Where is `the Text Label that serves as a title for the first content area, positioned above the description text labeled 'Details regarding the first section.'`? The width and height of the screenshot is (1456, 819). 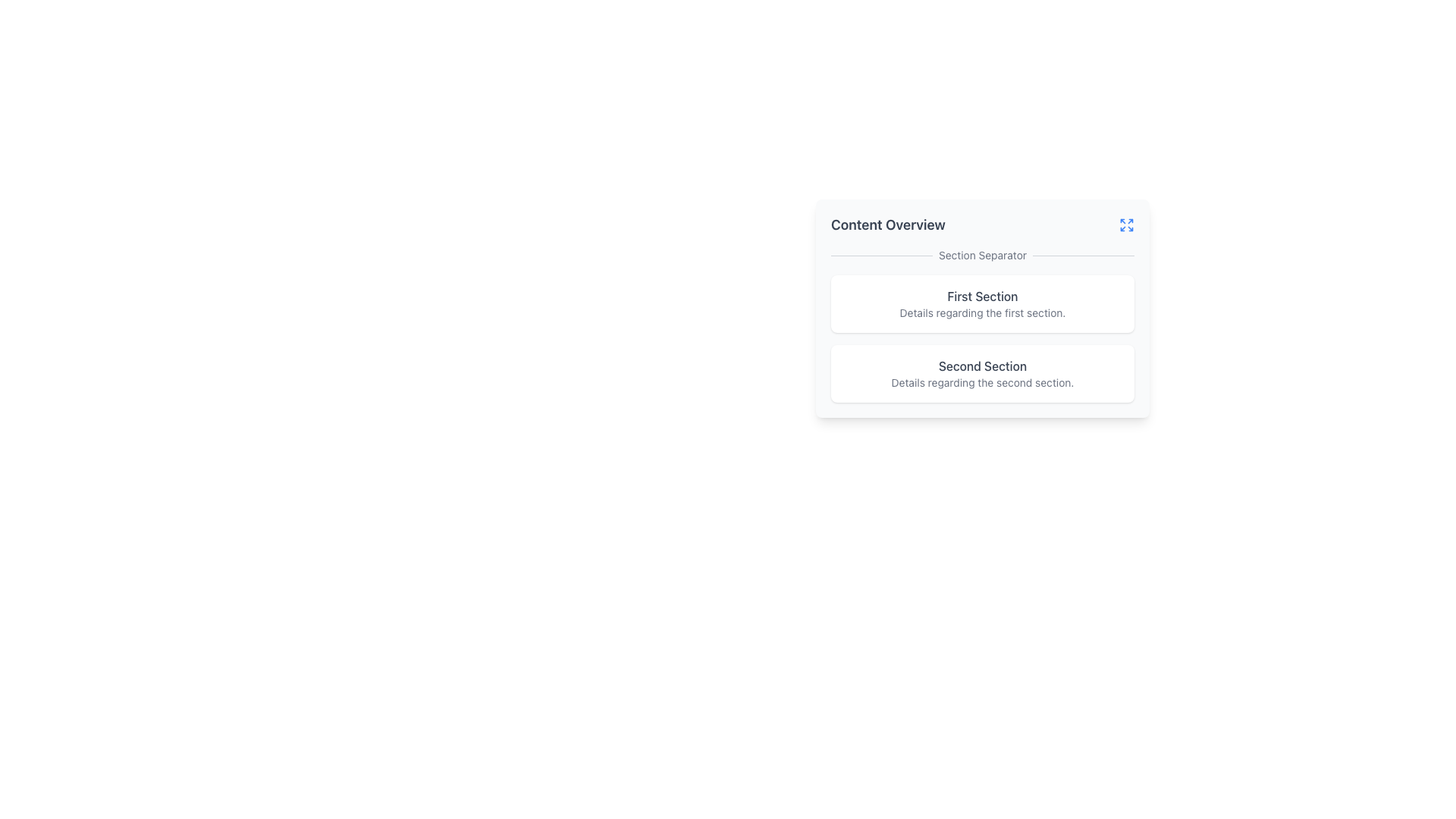
the Text Label that serves as a title for the first content area, positioned above the description text labeled 'Details regarding the first section.' is located at coordinates (983, 296).